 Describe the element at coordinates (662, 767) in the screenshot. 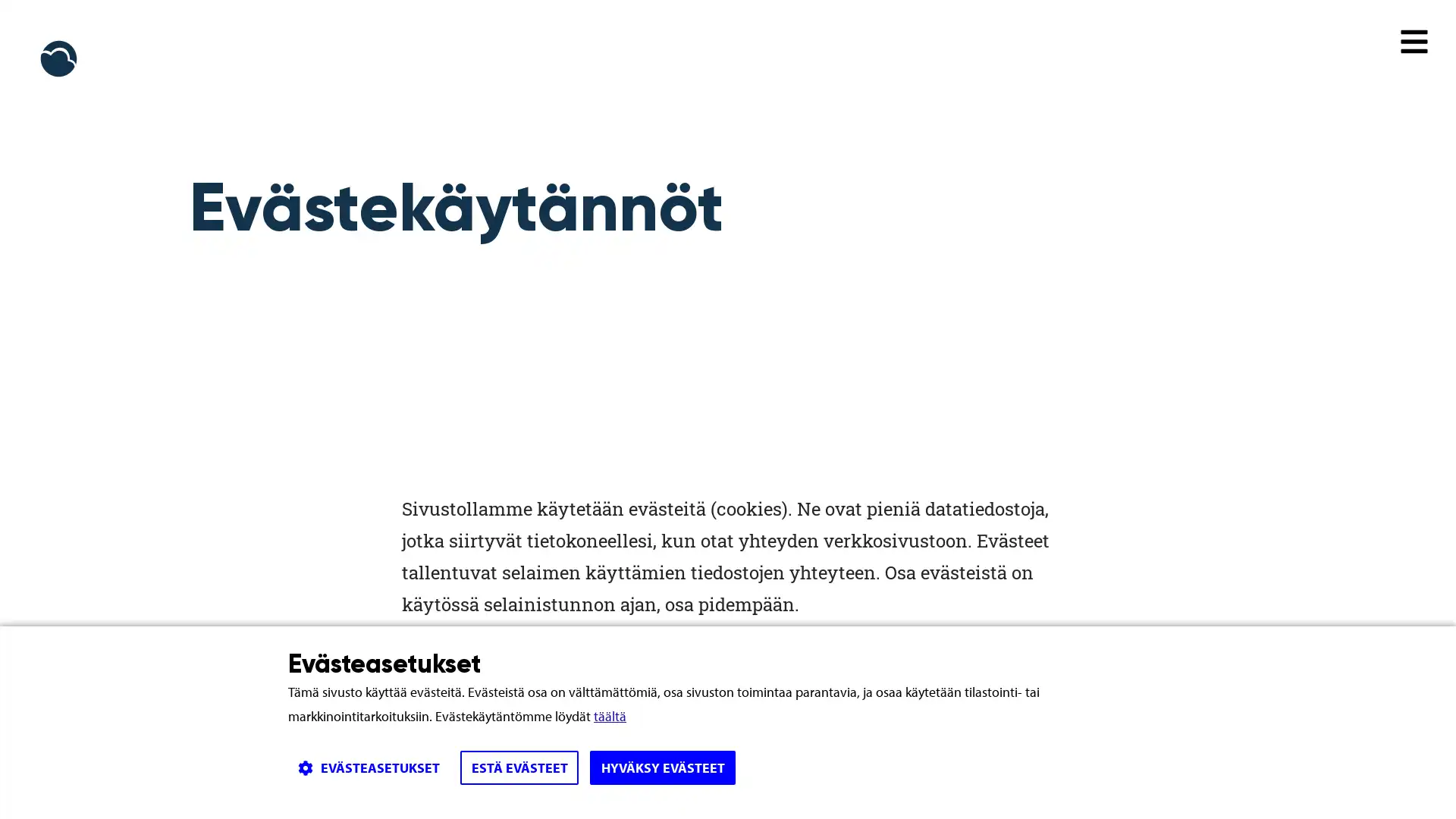

I see `HYVAKSY EVASTEET` at that location.